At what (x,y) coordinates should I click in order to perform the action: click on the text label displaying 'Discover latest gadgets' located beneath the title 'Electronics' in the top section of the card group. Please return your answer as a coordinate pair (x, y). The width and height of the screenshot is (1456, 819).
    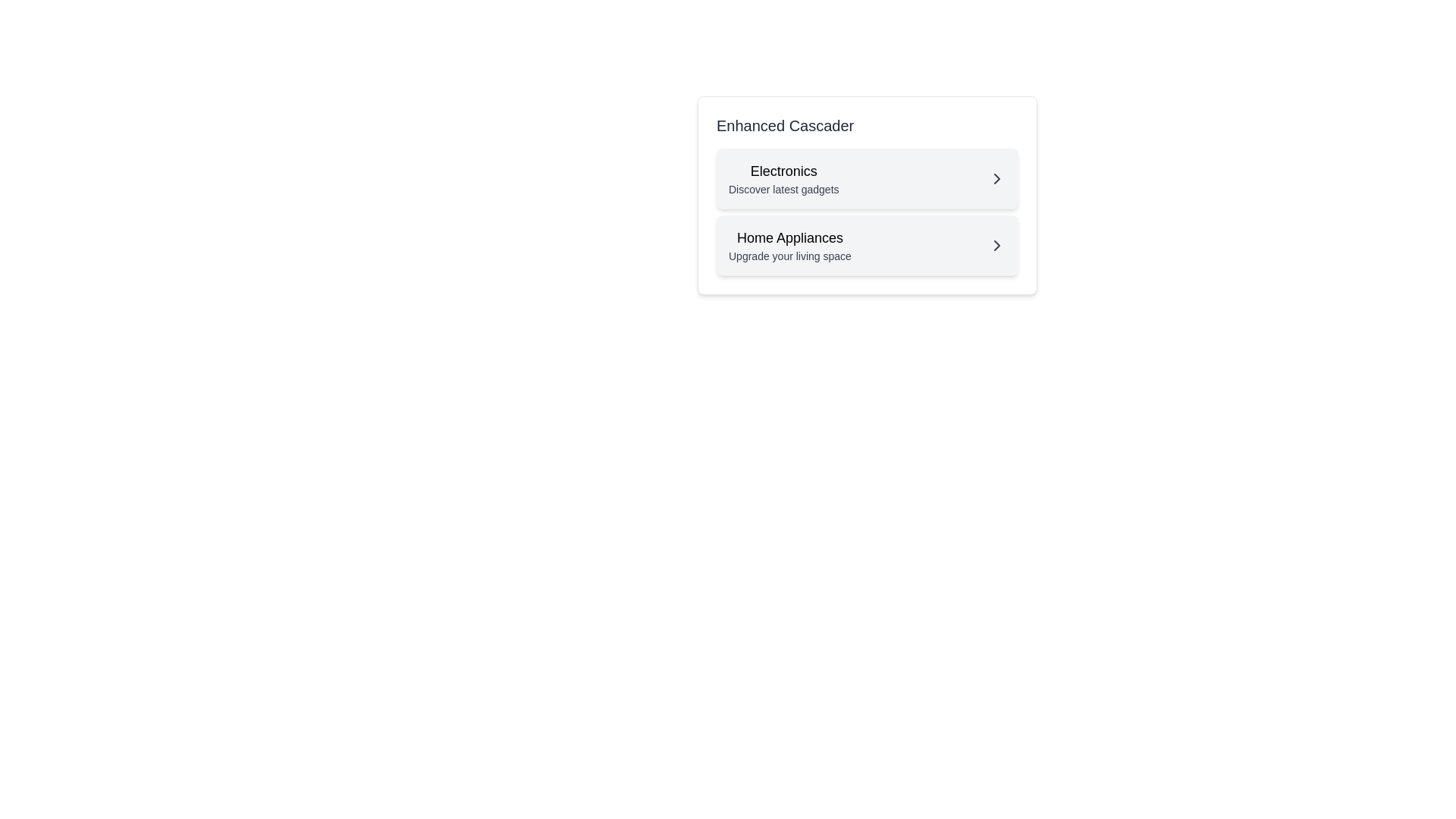
    Looking at the image, I should click on (783, 189).